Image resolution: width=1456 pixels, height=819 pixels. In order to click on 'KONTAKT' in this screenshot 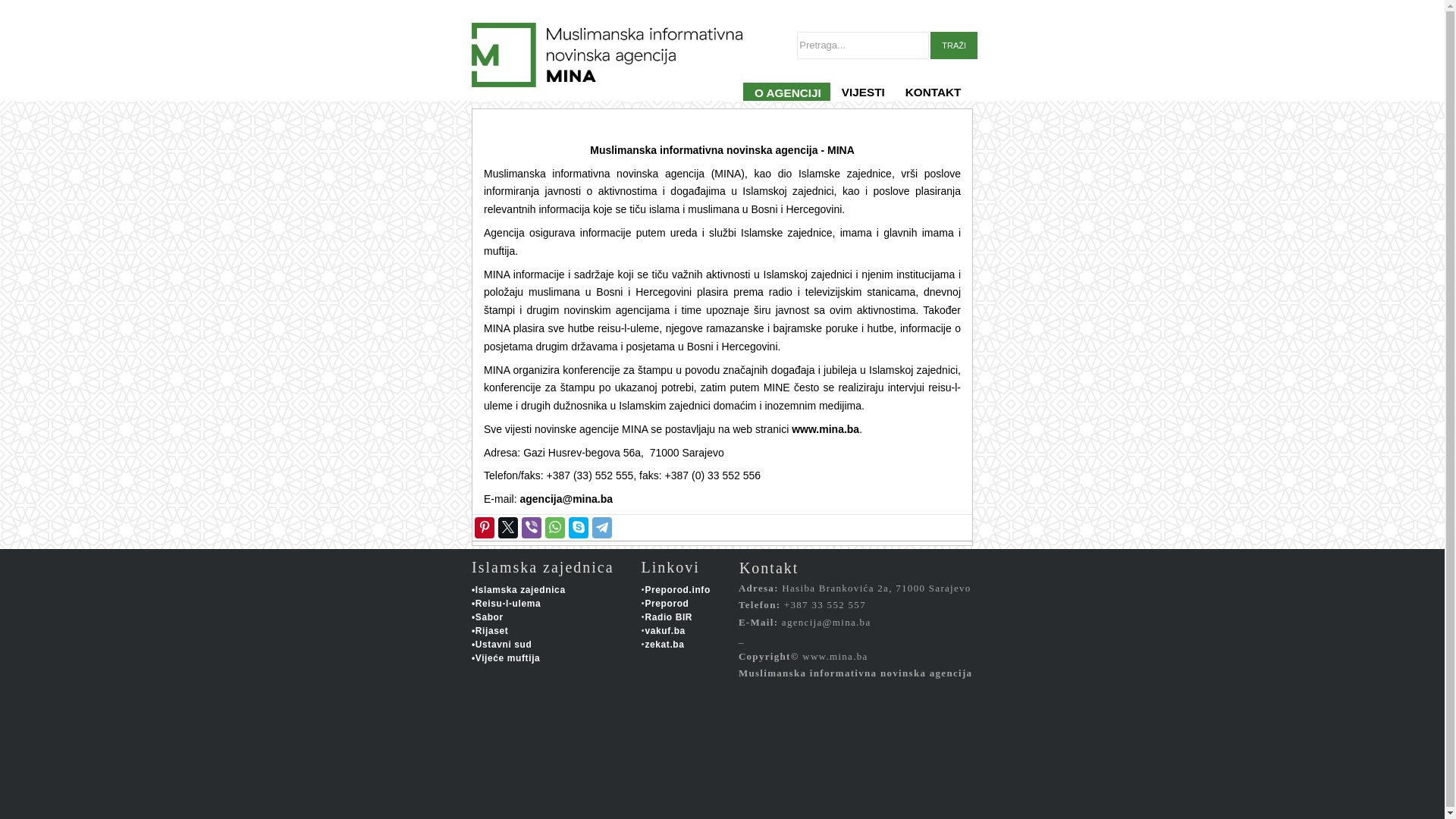, I will do `click(894, 101)`.